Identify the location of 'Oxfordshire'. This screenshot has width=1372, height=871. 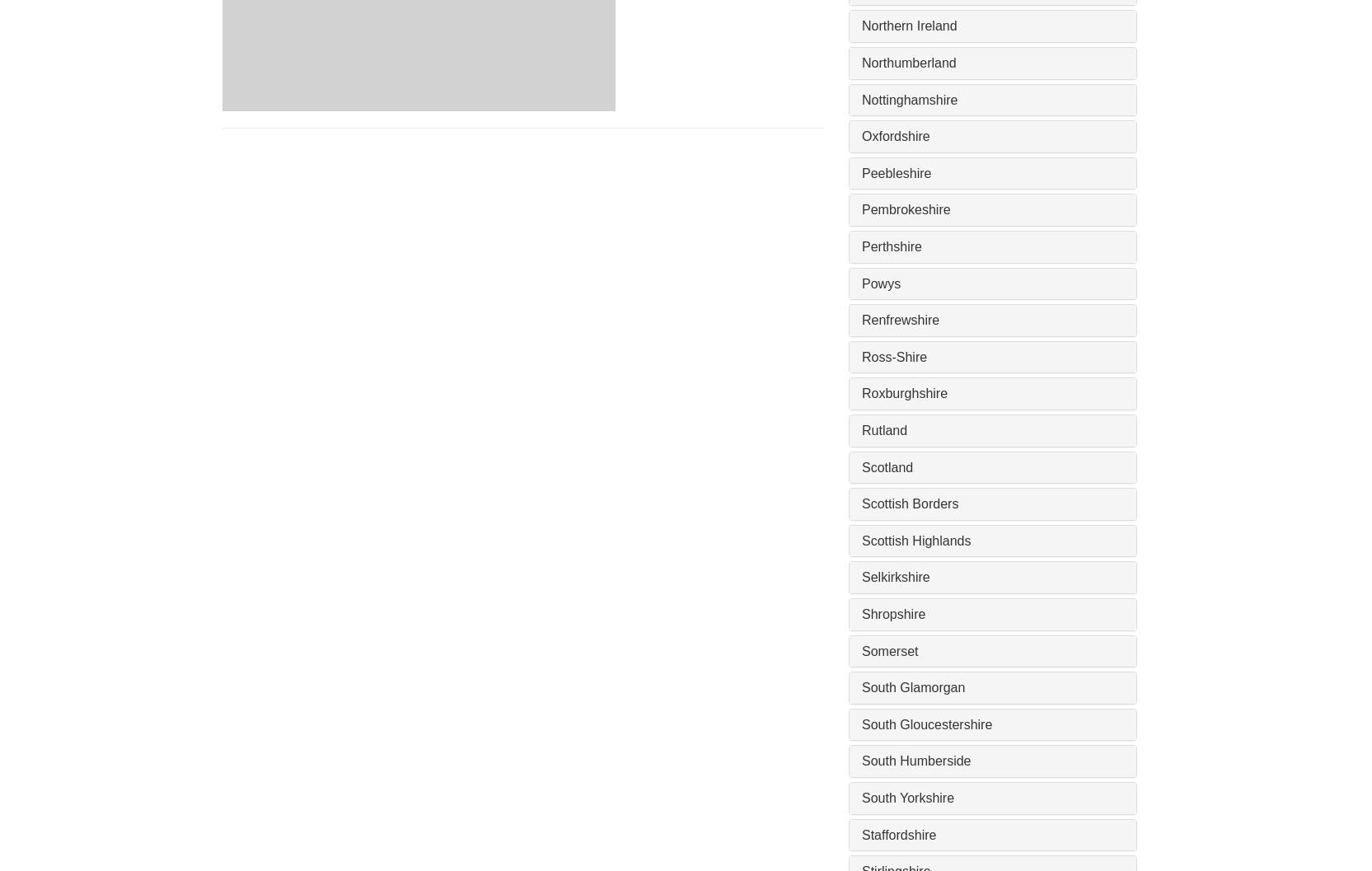
(860, 136).